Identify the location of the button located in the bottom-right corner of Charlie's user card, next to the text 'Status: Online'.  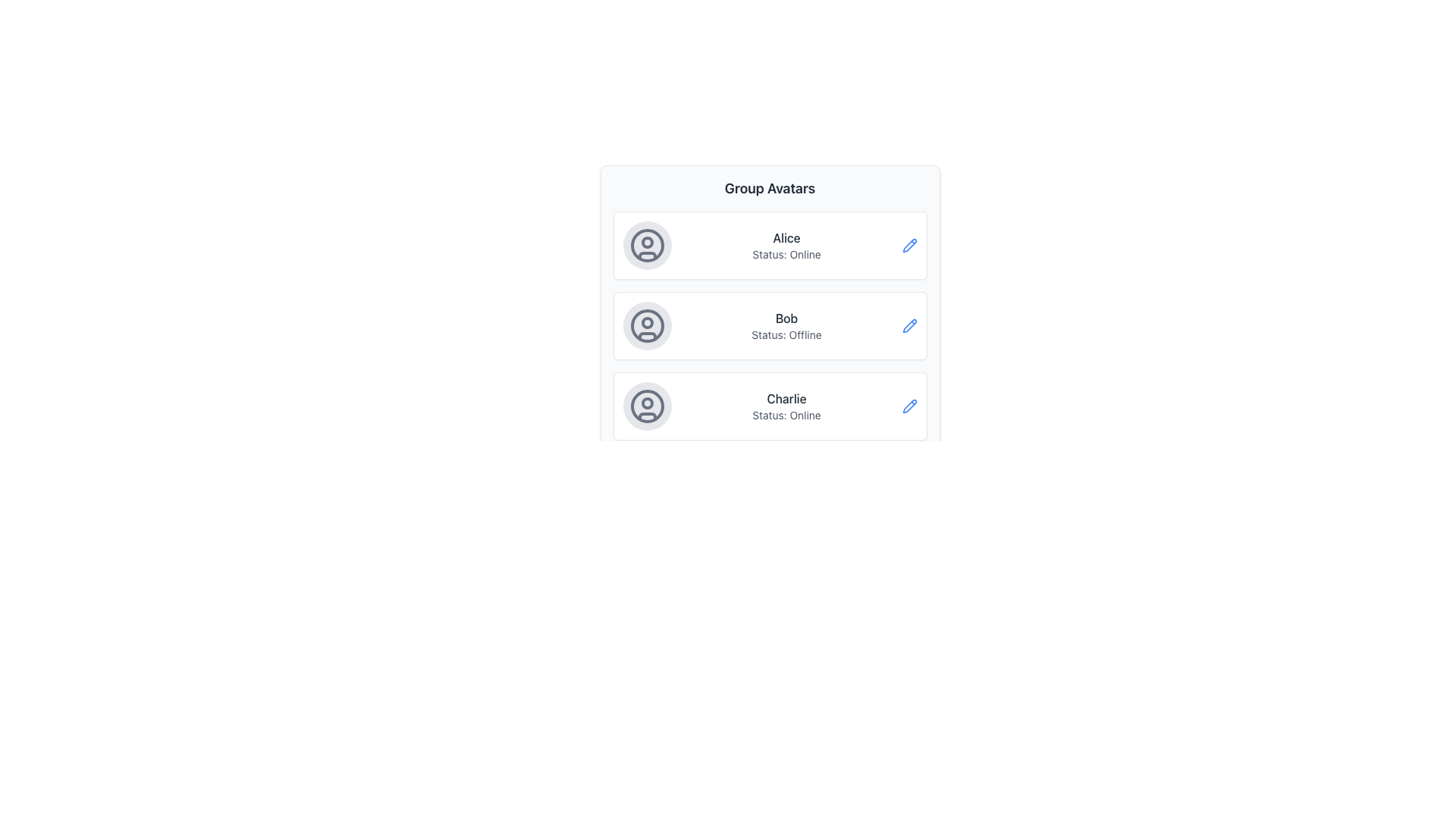
(909, 406).